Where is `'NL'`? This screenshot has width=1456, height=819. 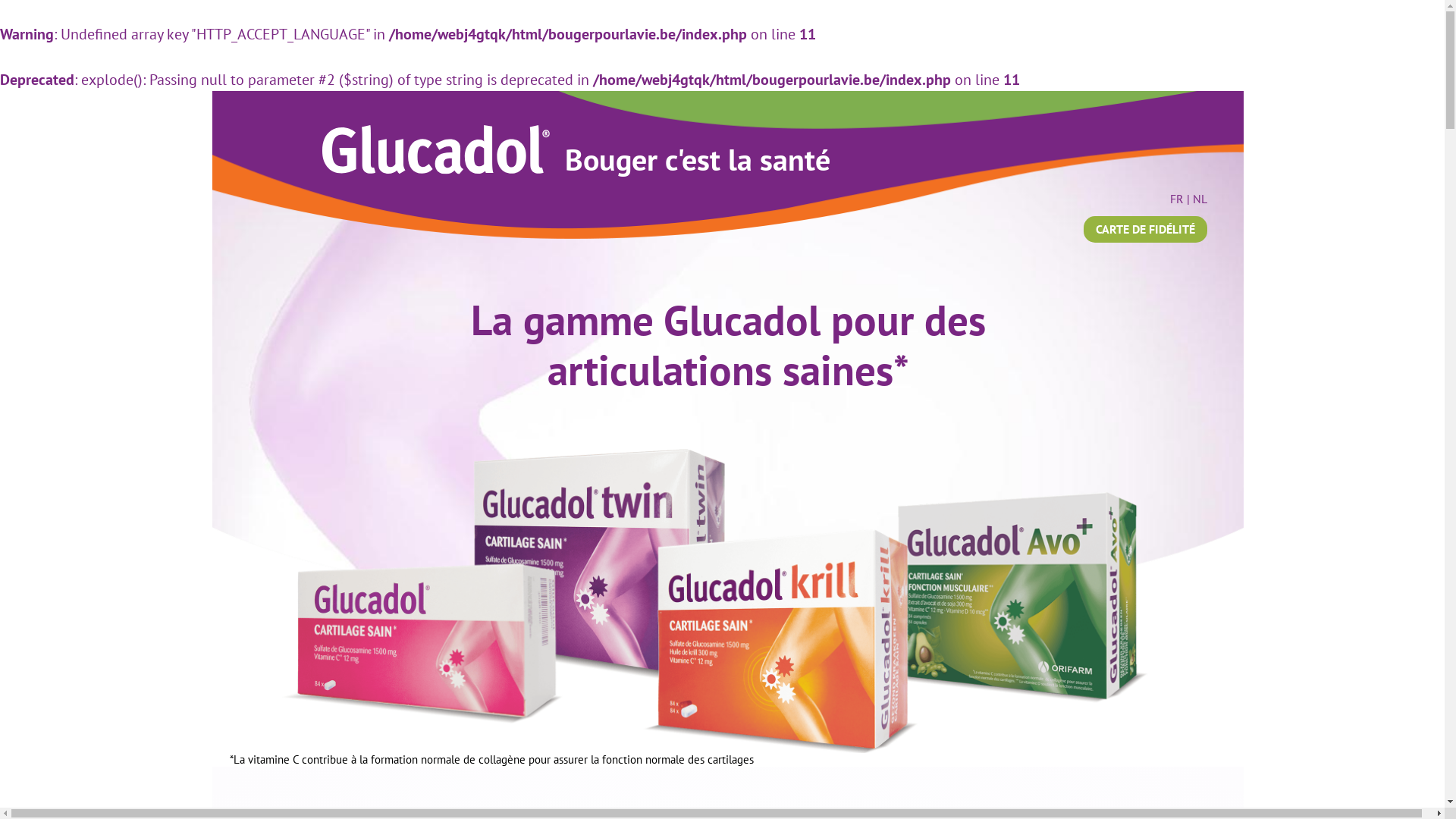
'NL' is located at coordinates (1199, 198).